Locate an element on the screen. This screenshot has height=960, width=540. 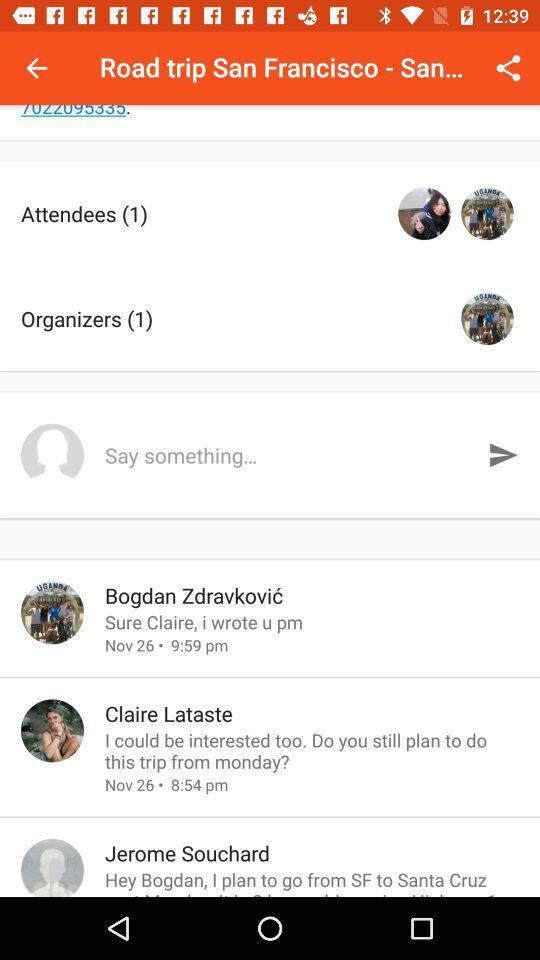
icon below claire lataste icon is located at coordinates (312, 749).